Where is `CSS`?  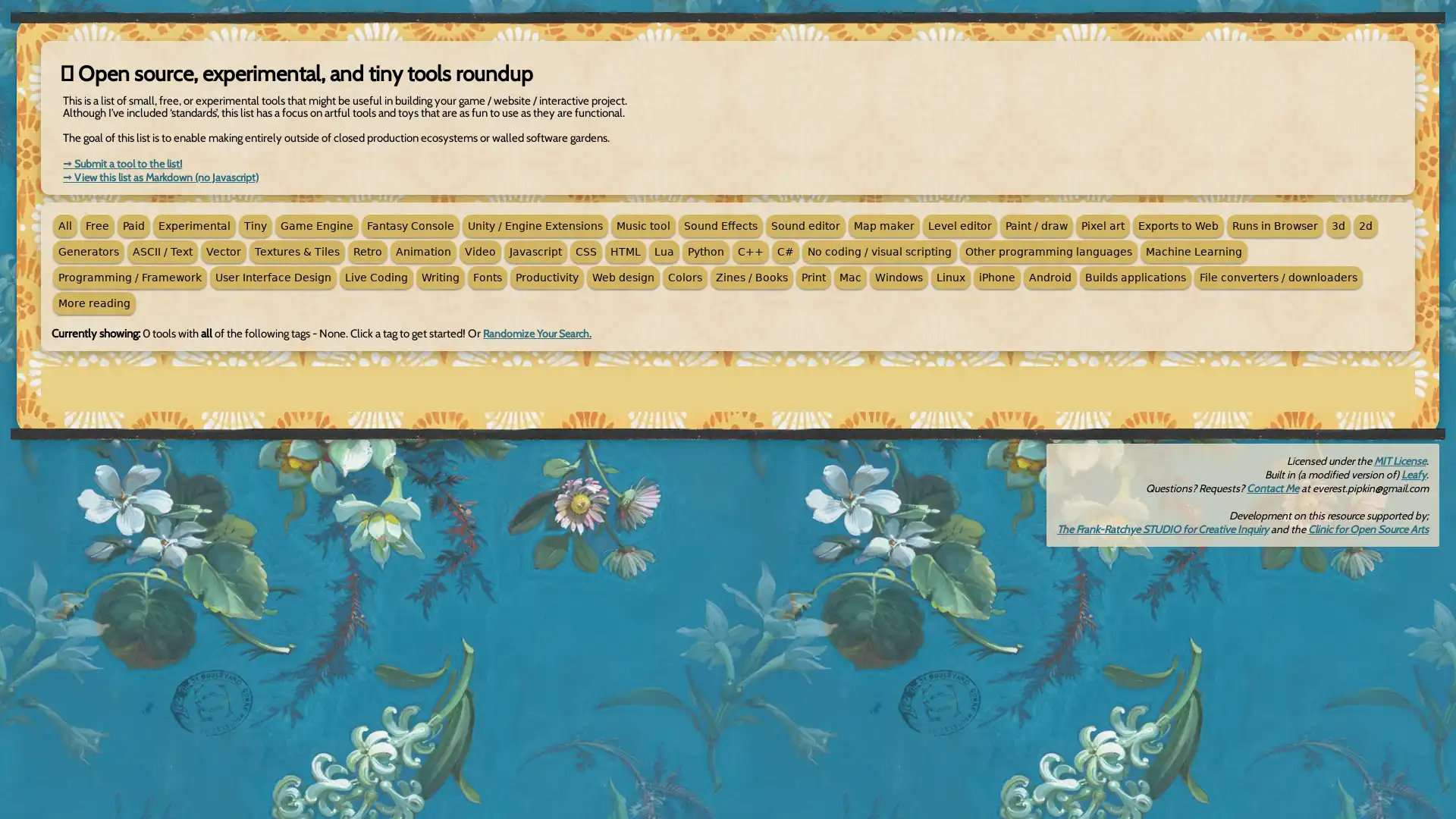
CSS is located at coordinates (585, 250).